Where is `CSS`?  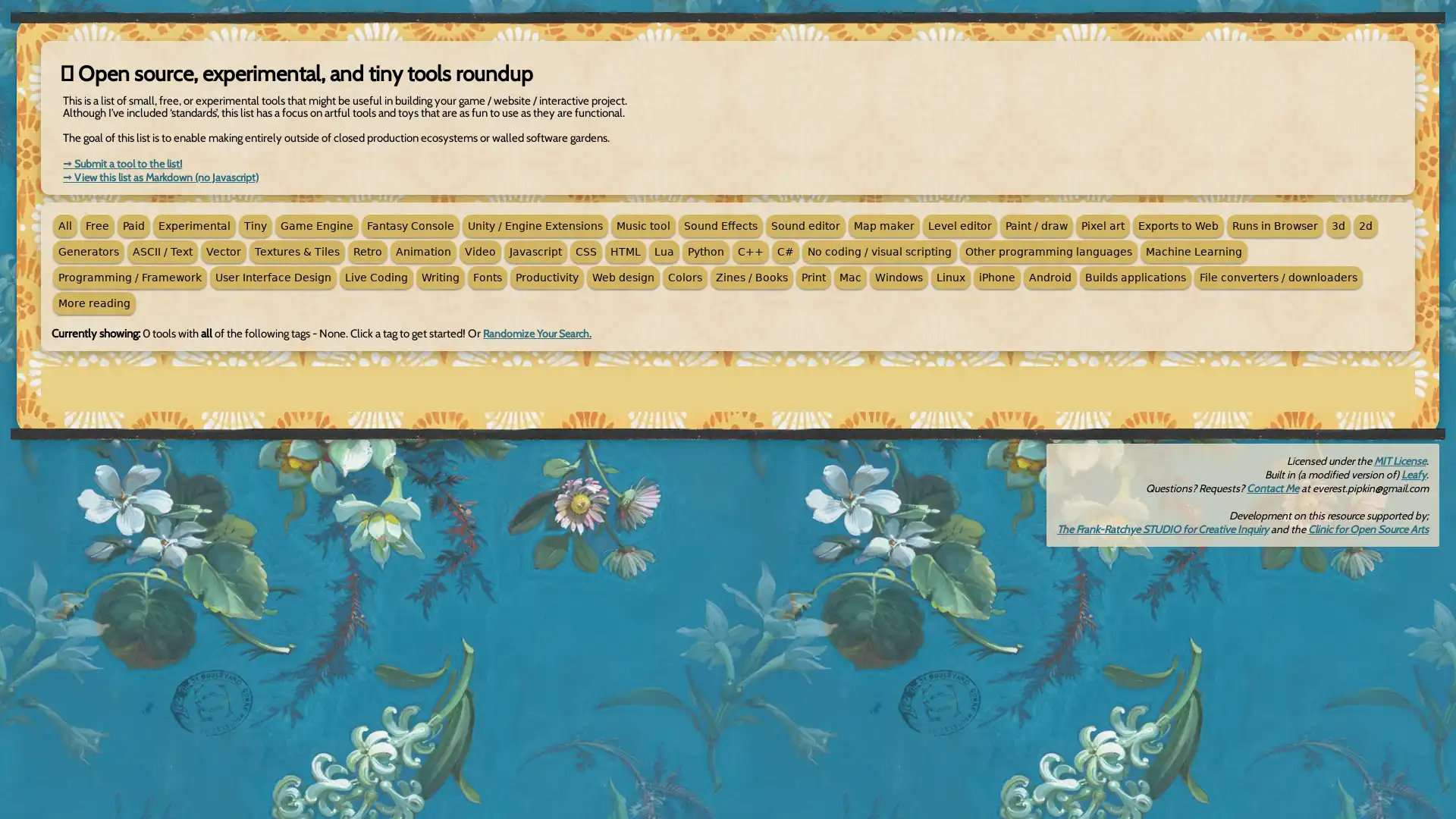
CSS is located at coordinates (585, 250).